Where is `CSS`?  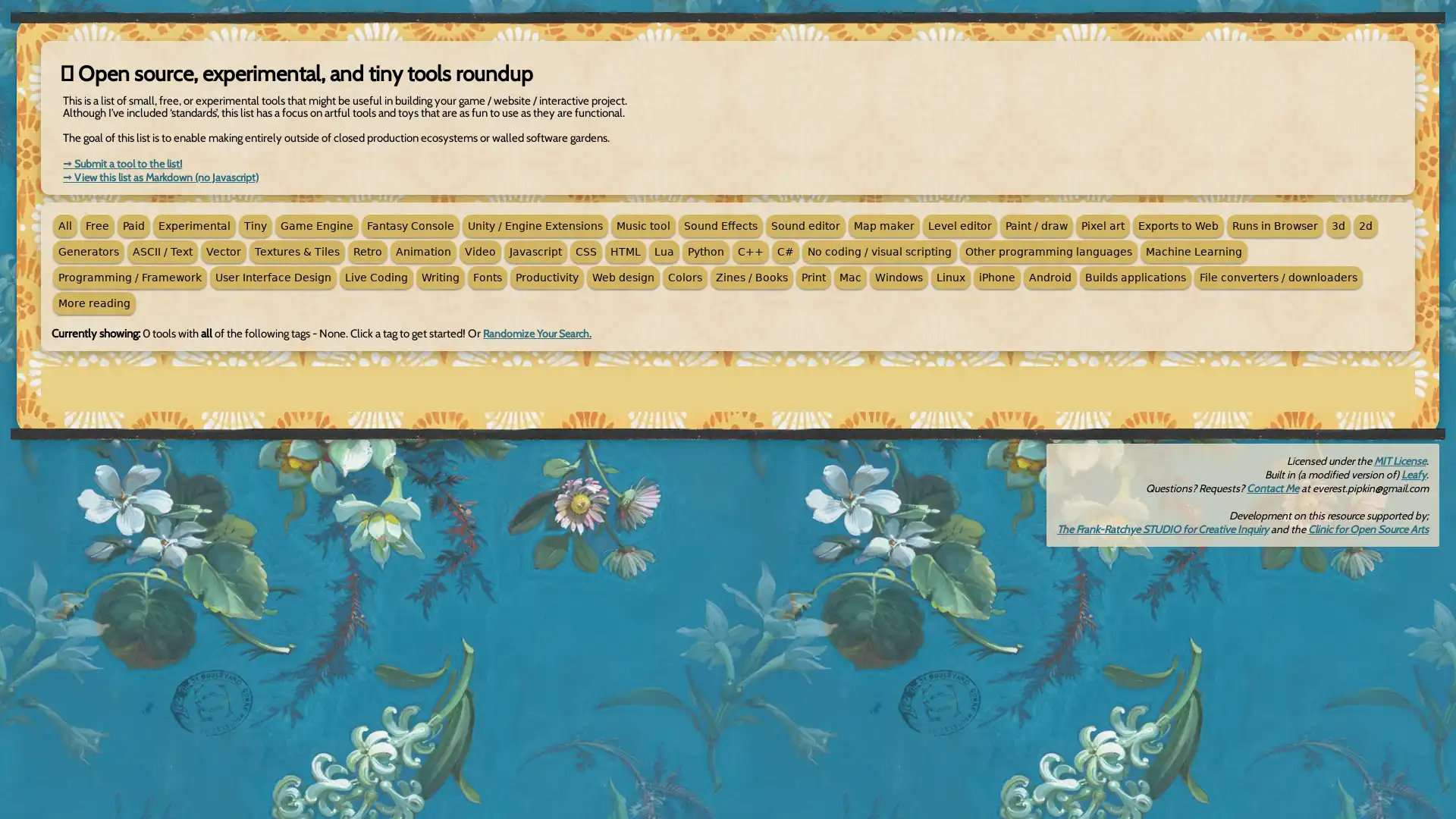
CSS is located at coordinates (585, 250).